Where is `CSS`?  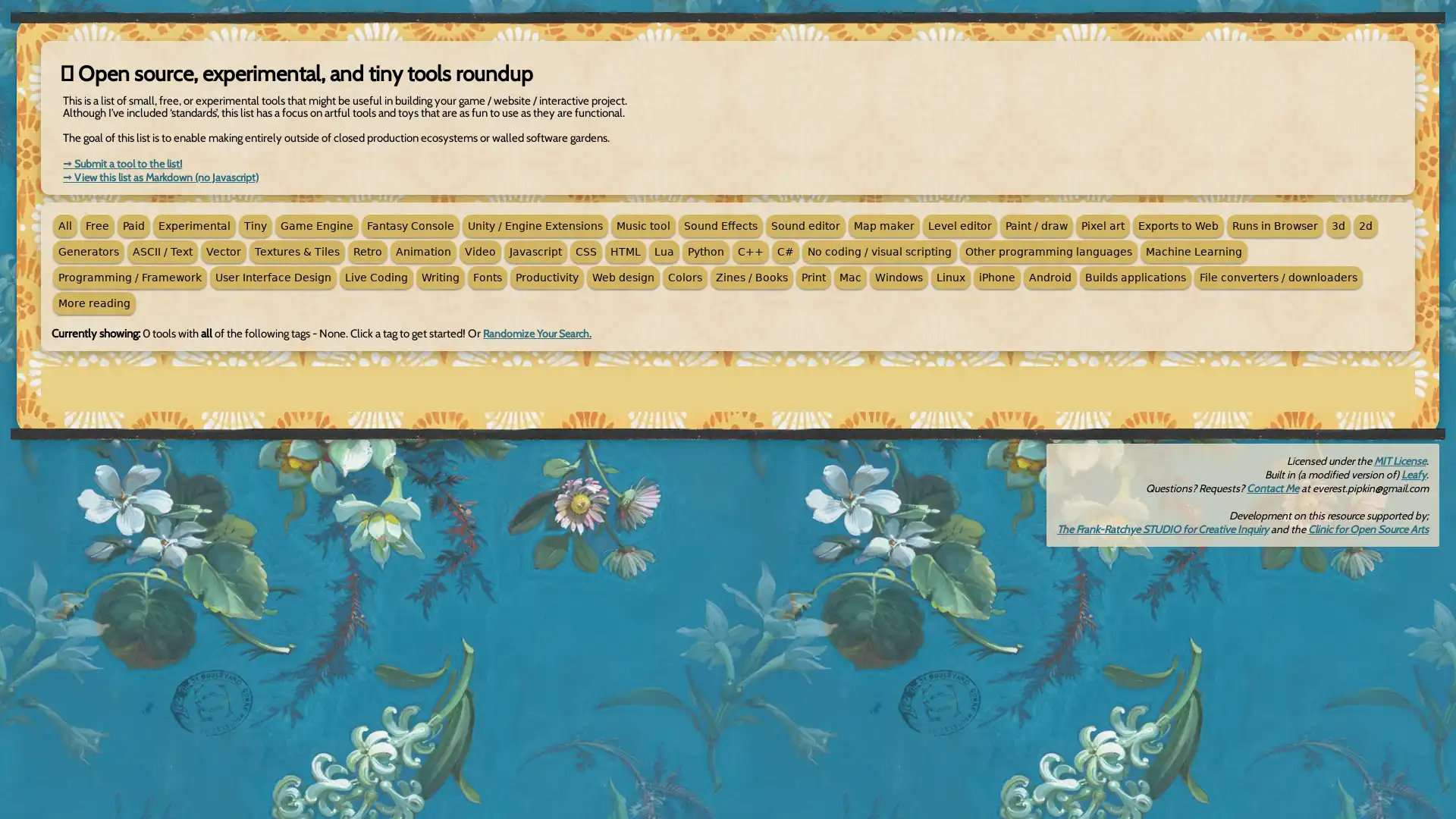
CSS is located at coordinates (585, 250).